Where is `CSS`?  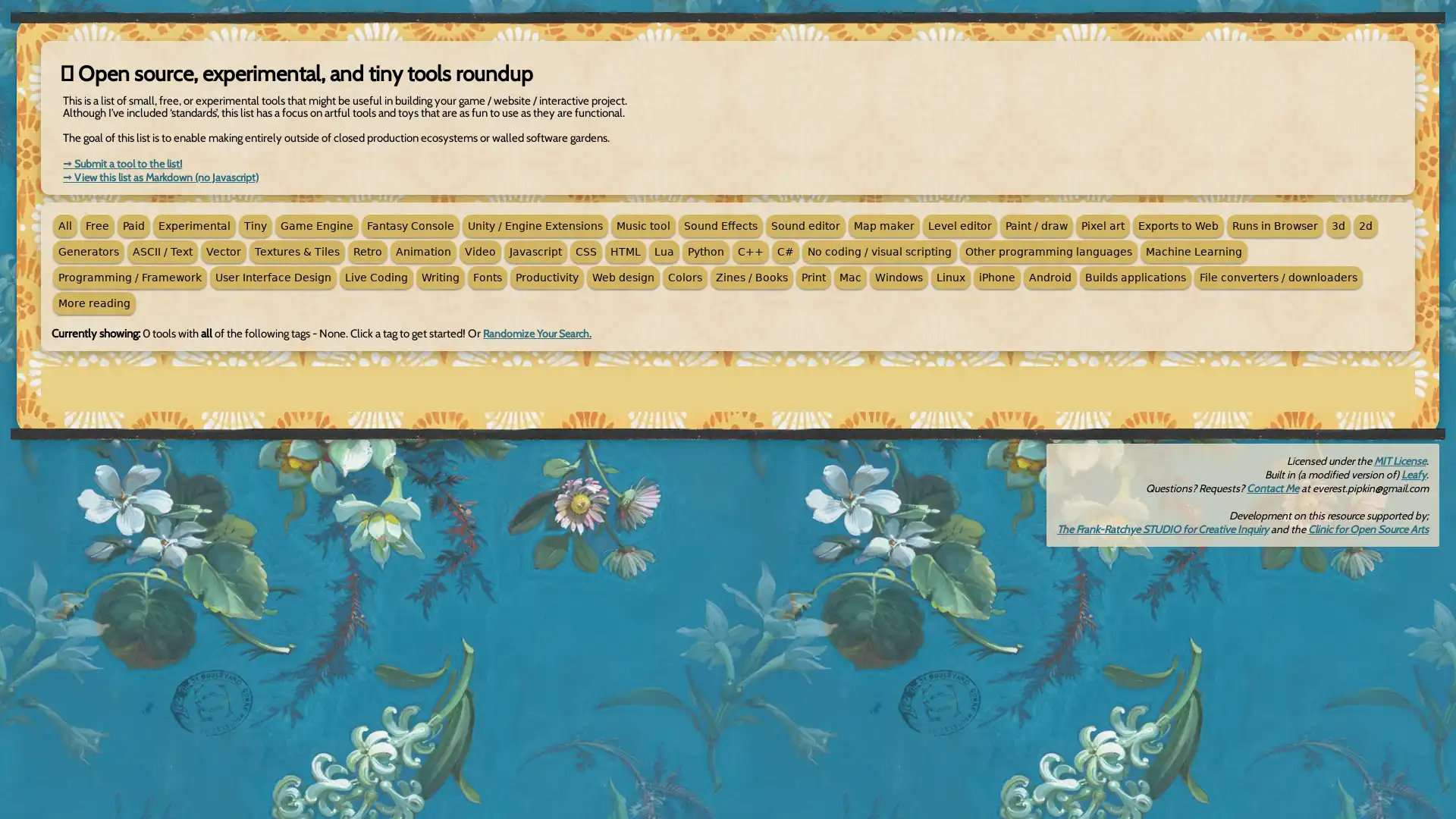
CSS is located at coordinates (585, 250).